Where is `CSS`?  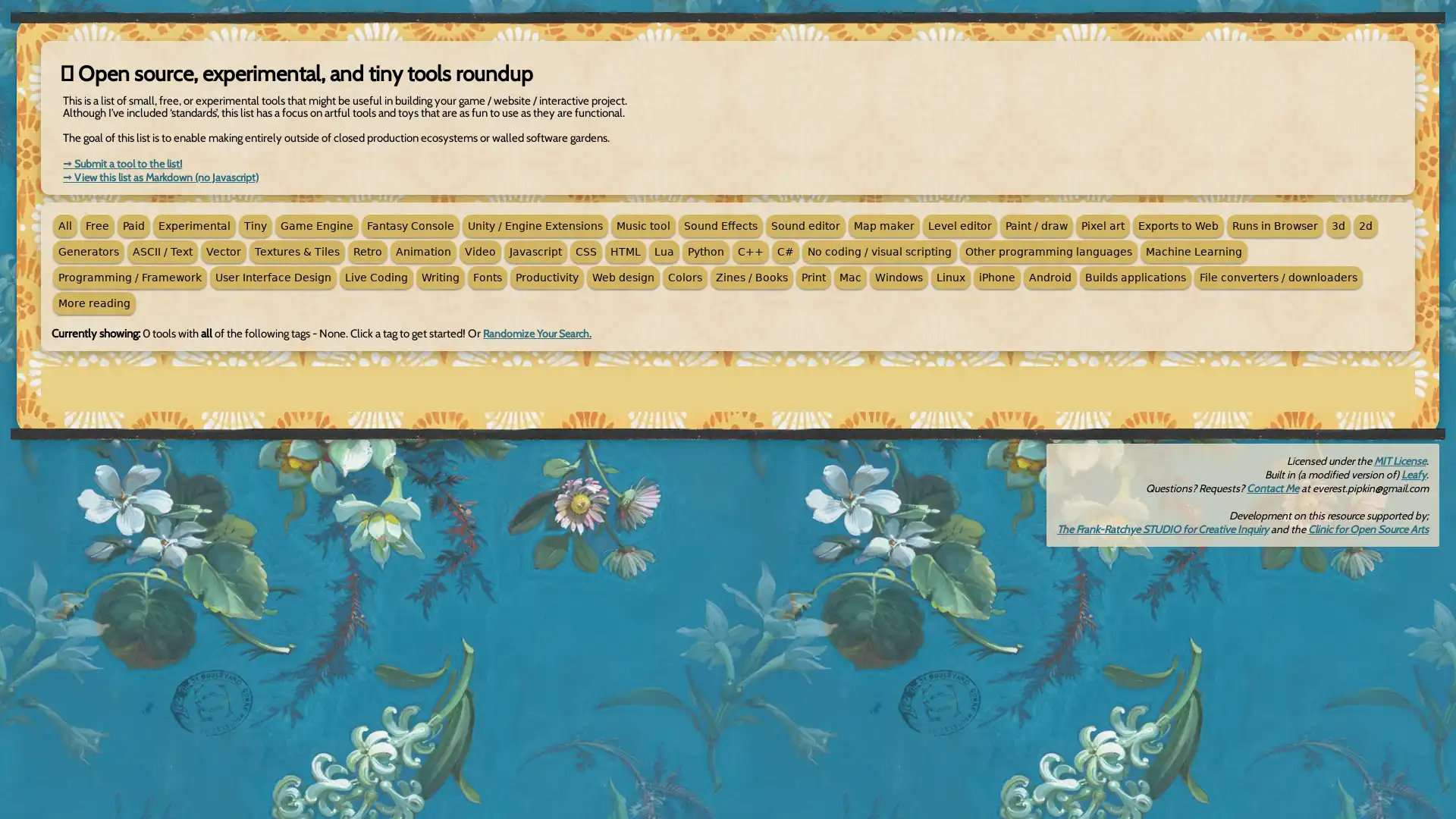
CSS is located at coordinates (585, 250).